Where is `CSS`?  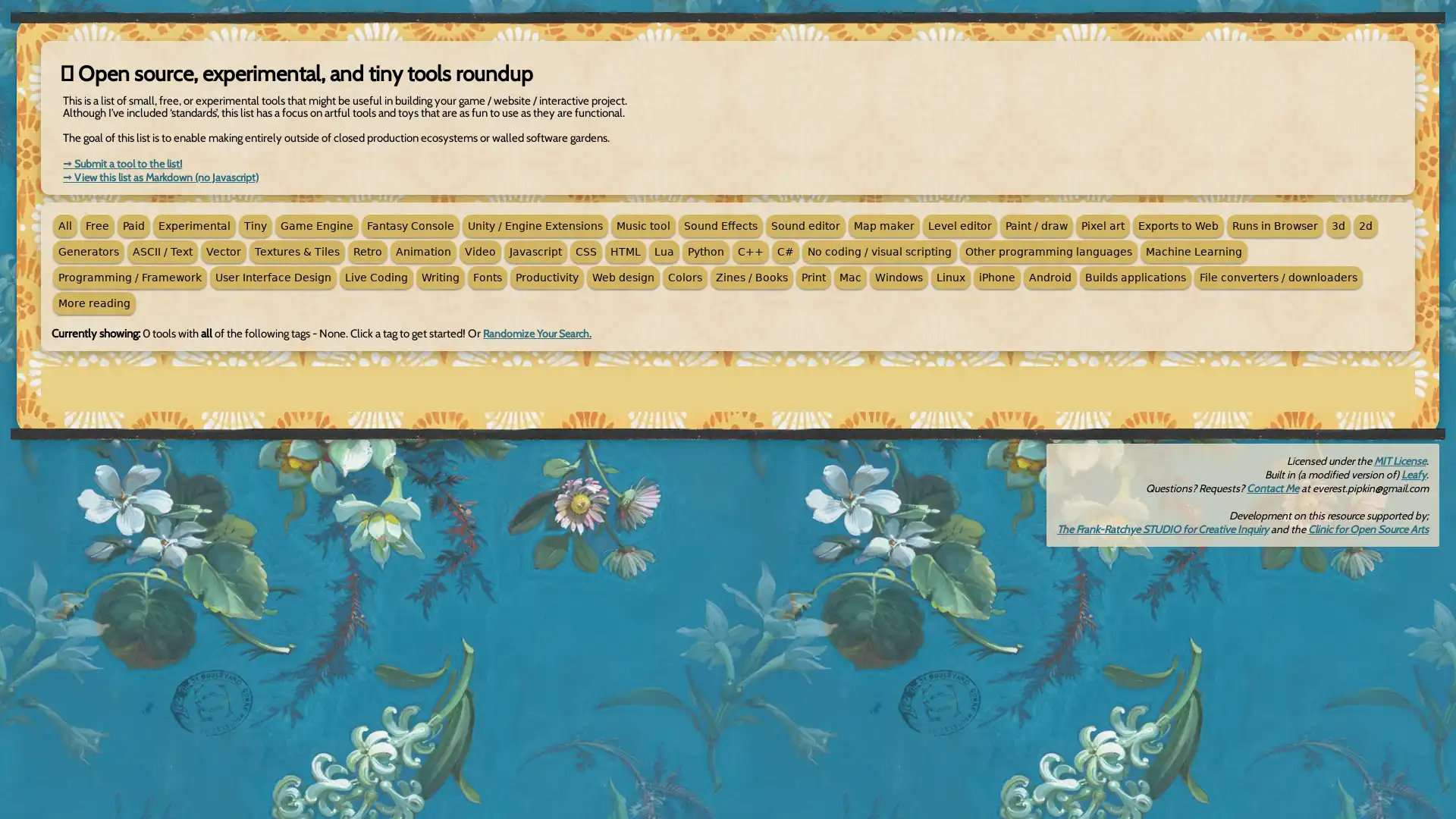
CSS is located at coordinates (585, 250).